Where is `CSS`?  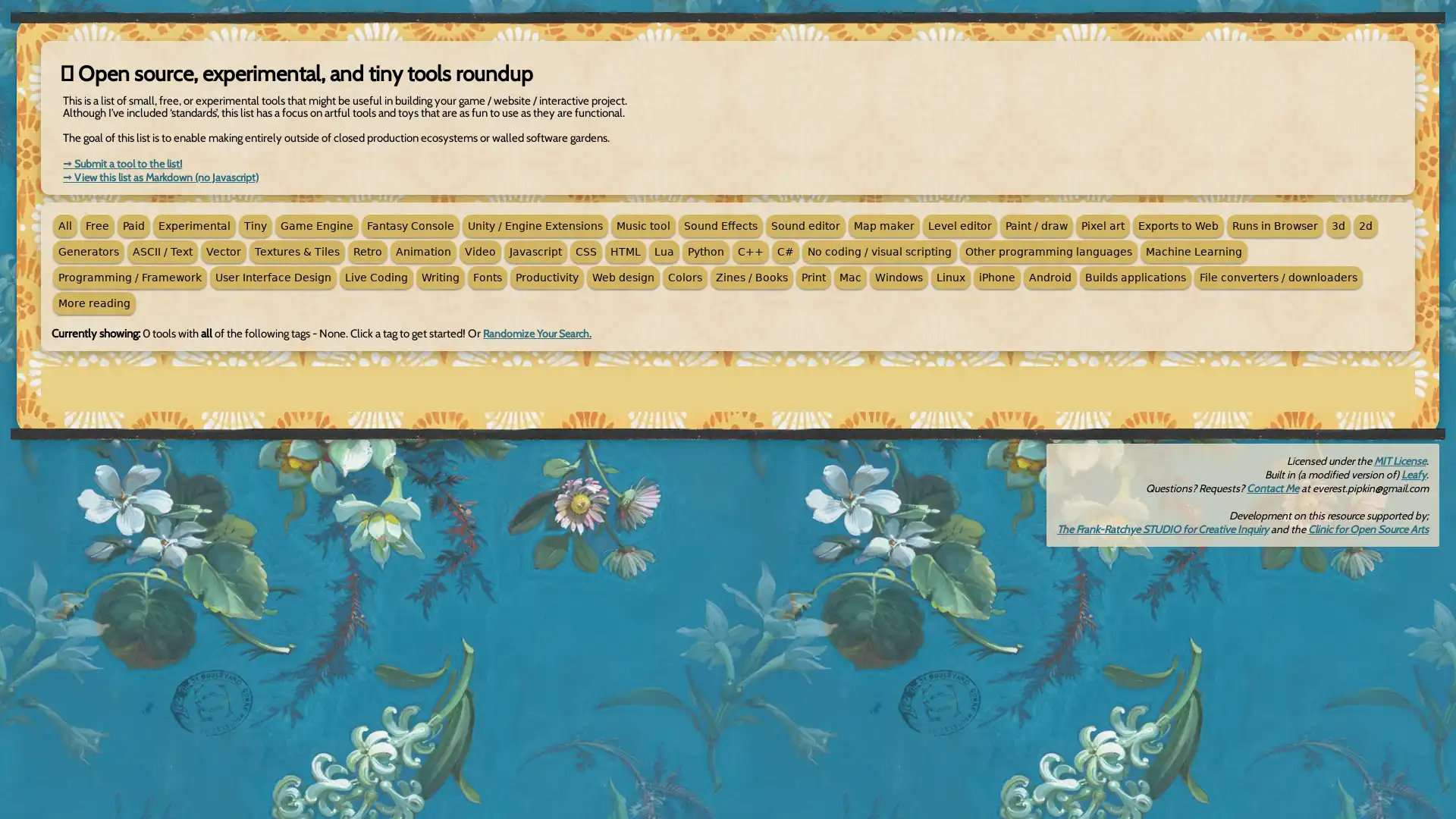
CSS is located at coordinates (585, 250).